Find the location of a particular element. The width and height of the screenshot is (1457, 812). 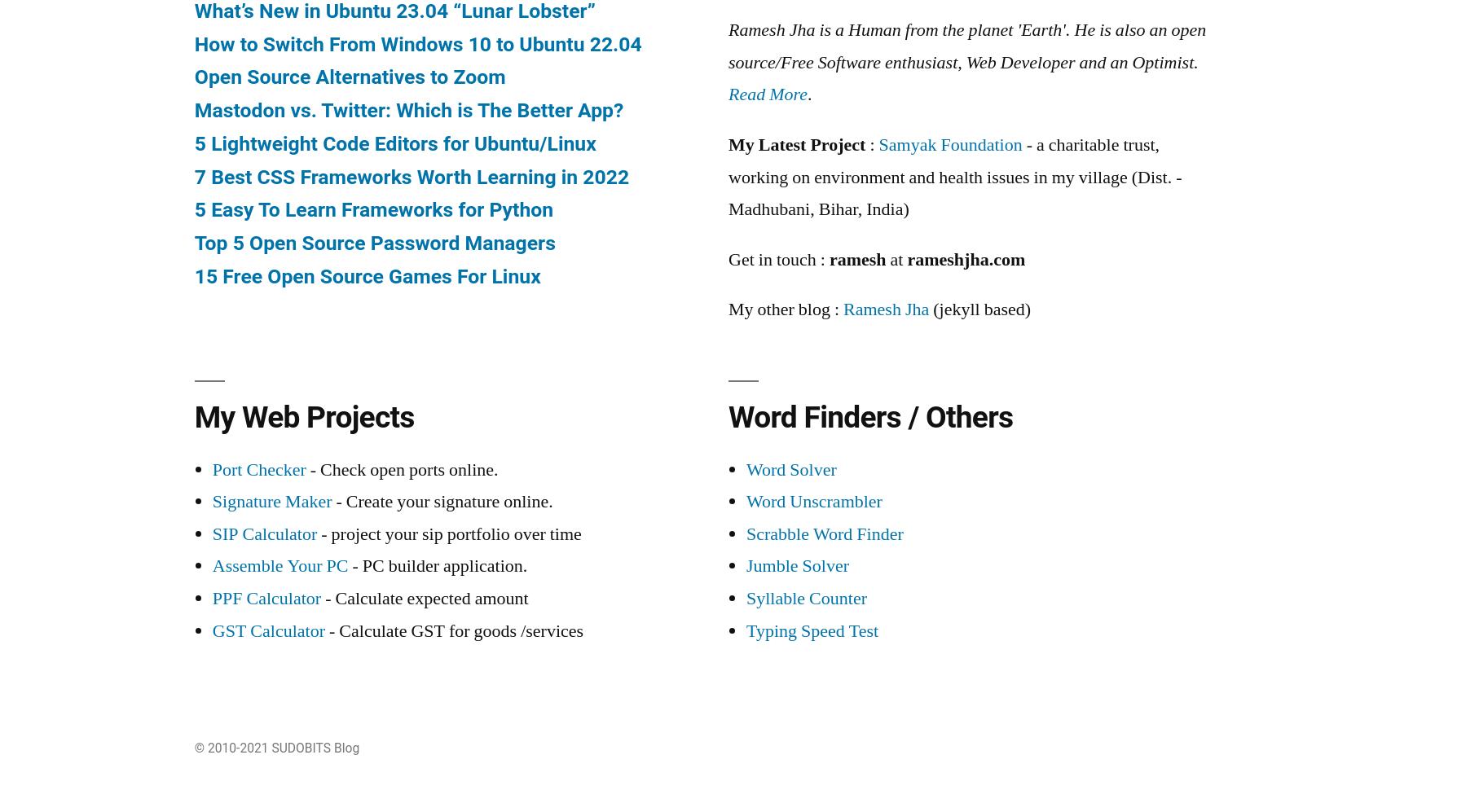

'© 2010-2021' is located at coordinates (231, 748).